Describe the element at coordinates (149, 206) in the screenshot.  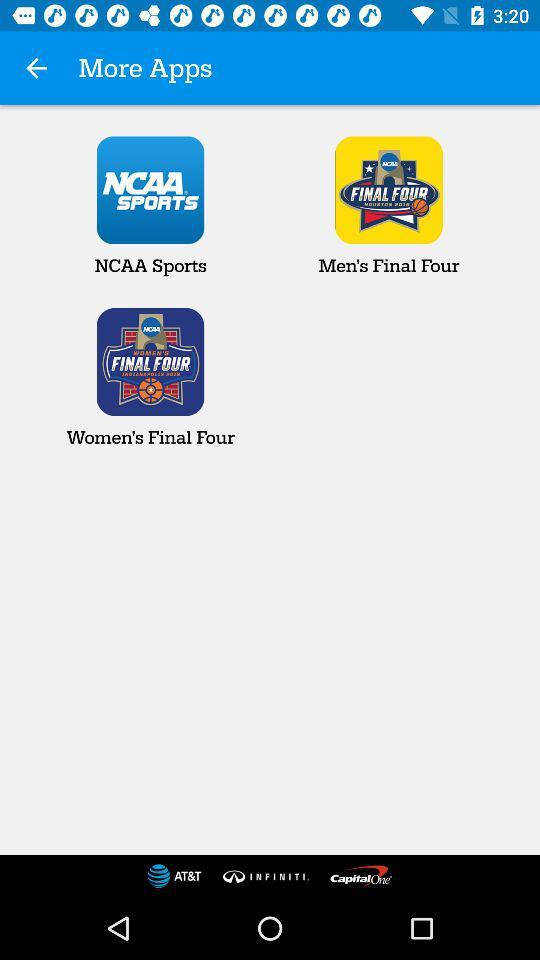
I see `the app below more apps` at that location.